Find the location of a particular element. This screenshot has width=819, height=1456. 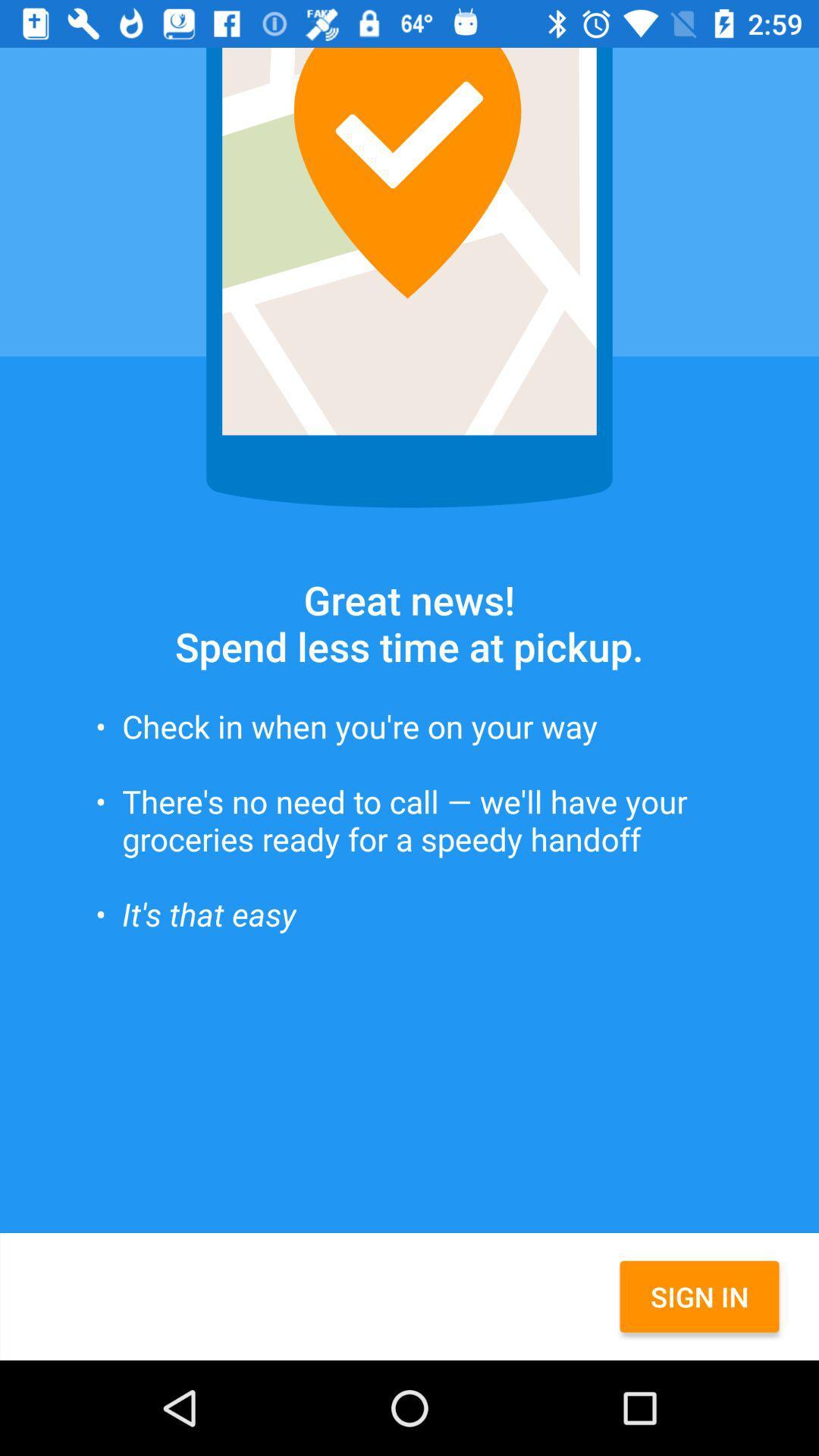

sign in item is located at coordinates (699, 1295).